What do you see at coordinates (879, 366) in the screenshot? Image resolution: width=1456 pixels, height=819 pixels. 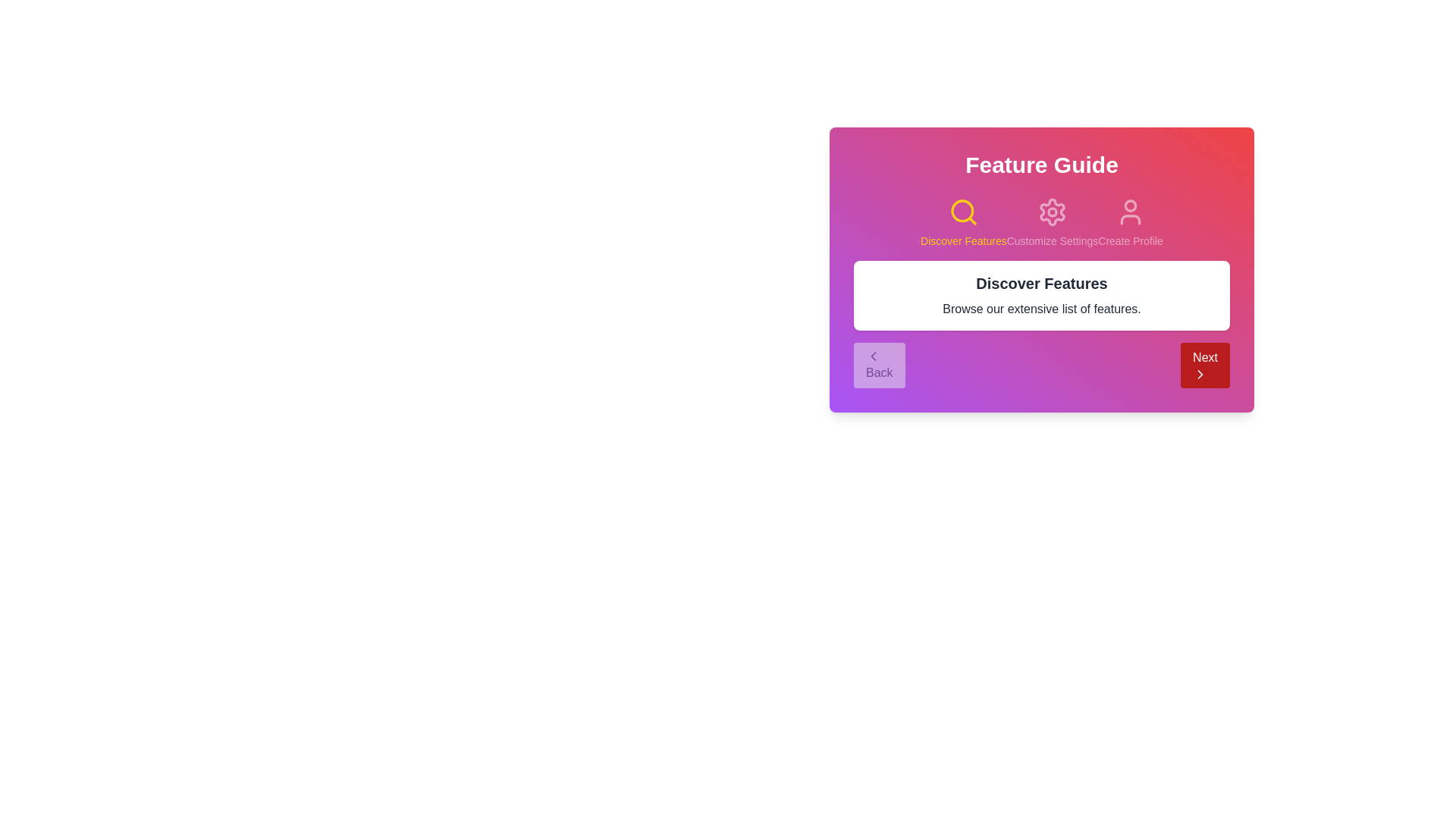 I see `the 'Back' button to navigate to the previous step` at bounding box center [879, 366].